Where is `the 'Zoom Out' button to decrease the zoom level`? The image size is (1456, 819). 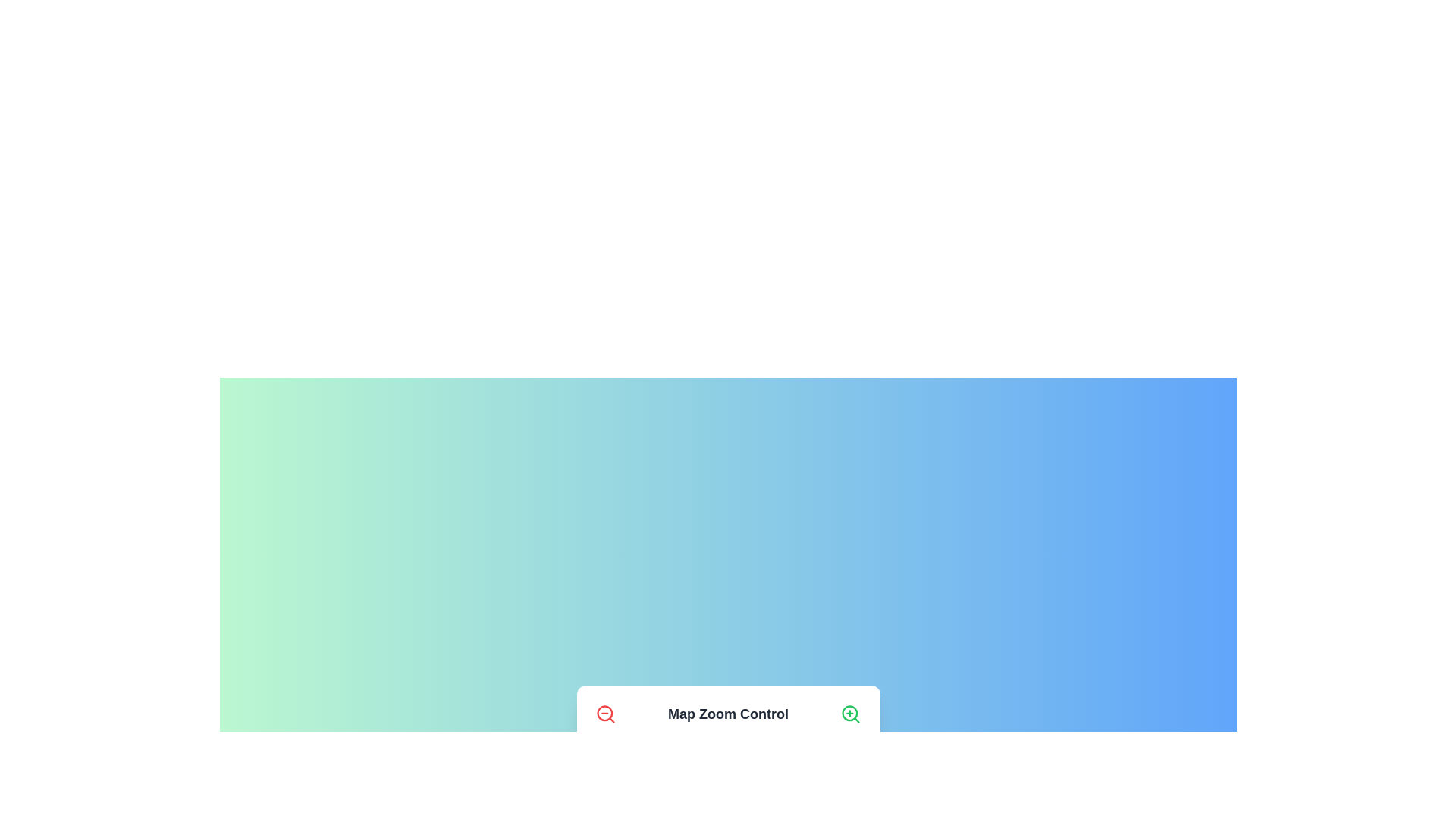
the 'Zoom Out' button to decrease the zoom level is located at coordinates (604, 714).